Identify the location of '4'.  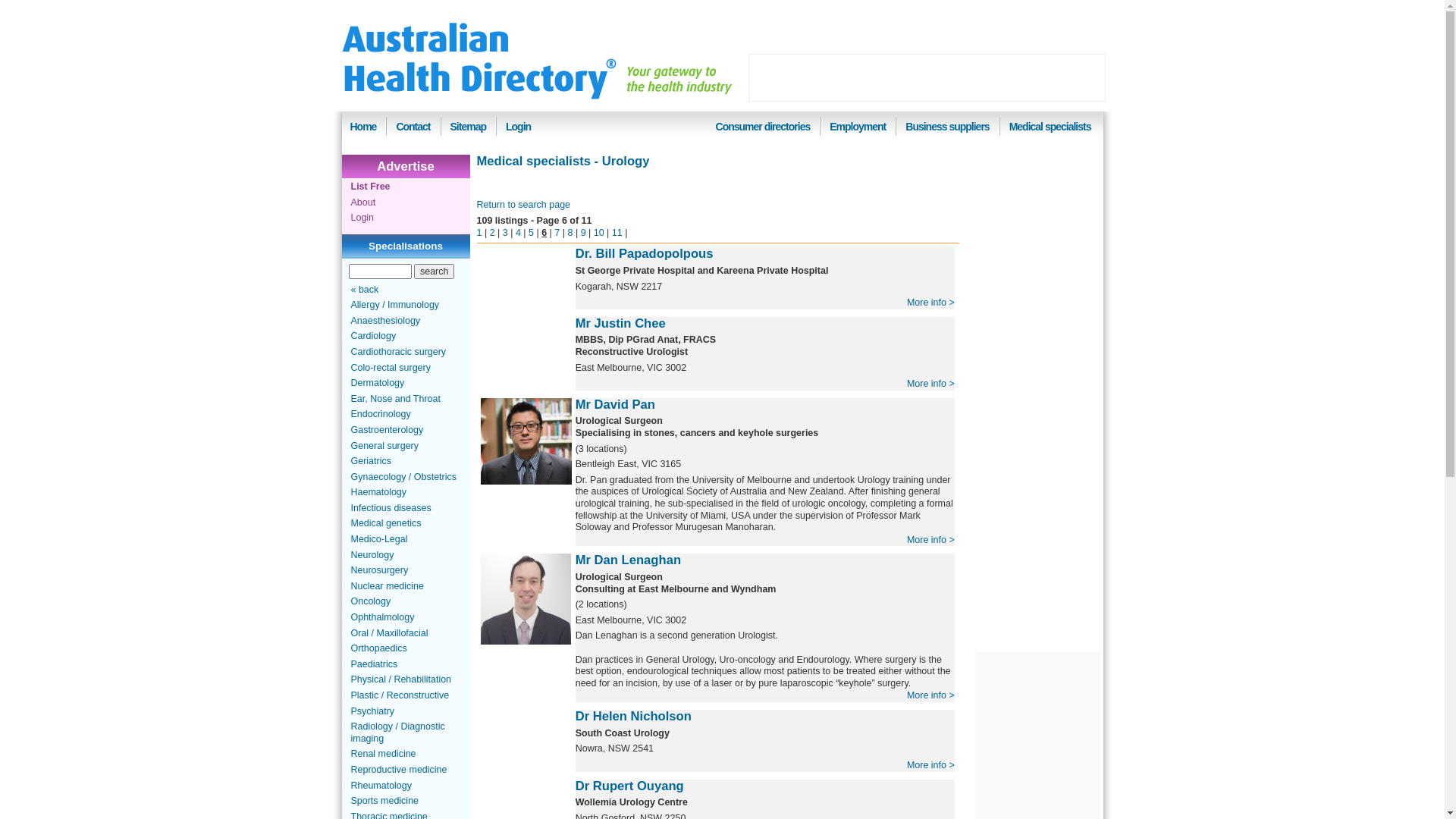
(518, 233).